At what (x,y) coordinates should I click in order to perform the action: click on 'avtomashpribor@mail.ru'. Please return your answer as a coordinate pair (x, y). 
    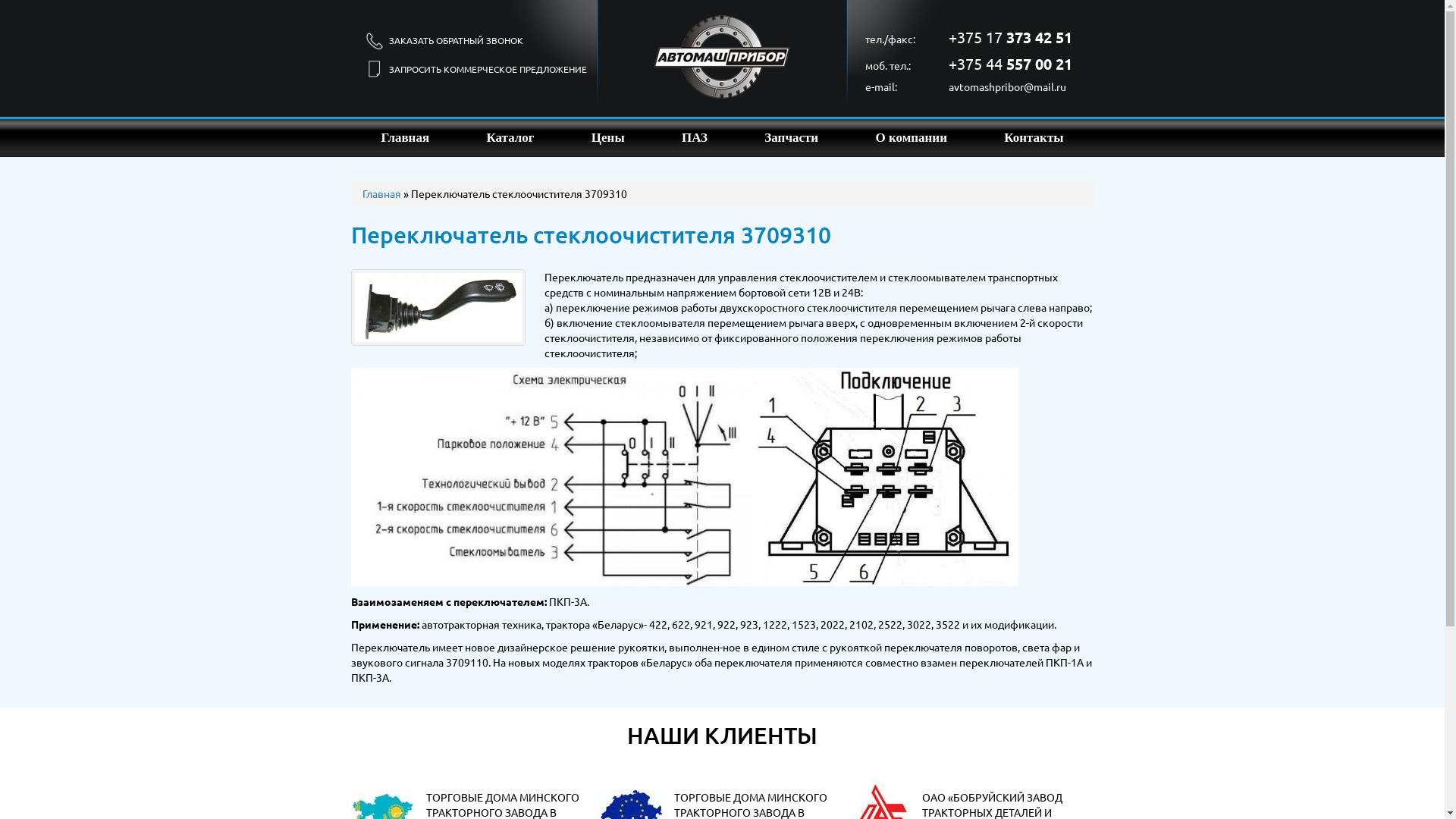
    Looking at the image, I should click on (1007, 86).